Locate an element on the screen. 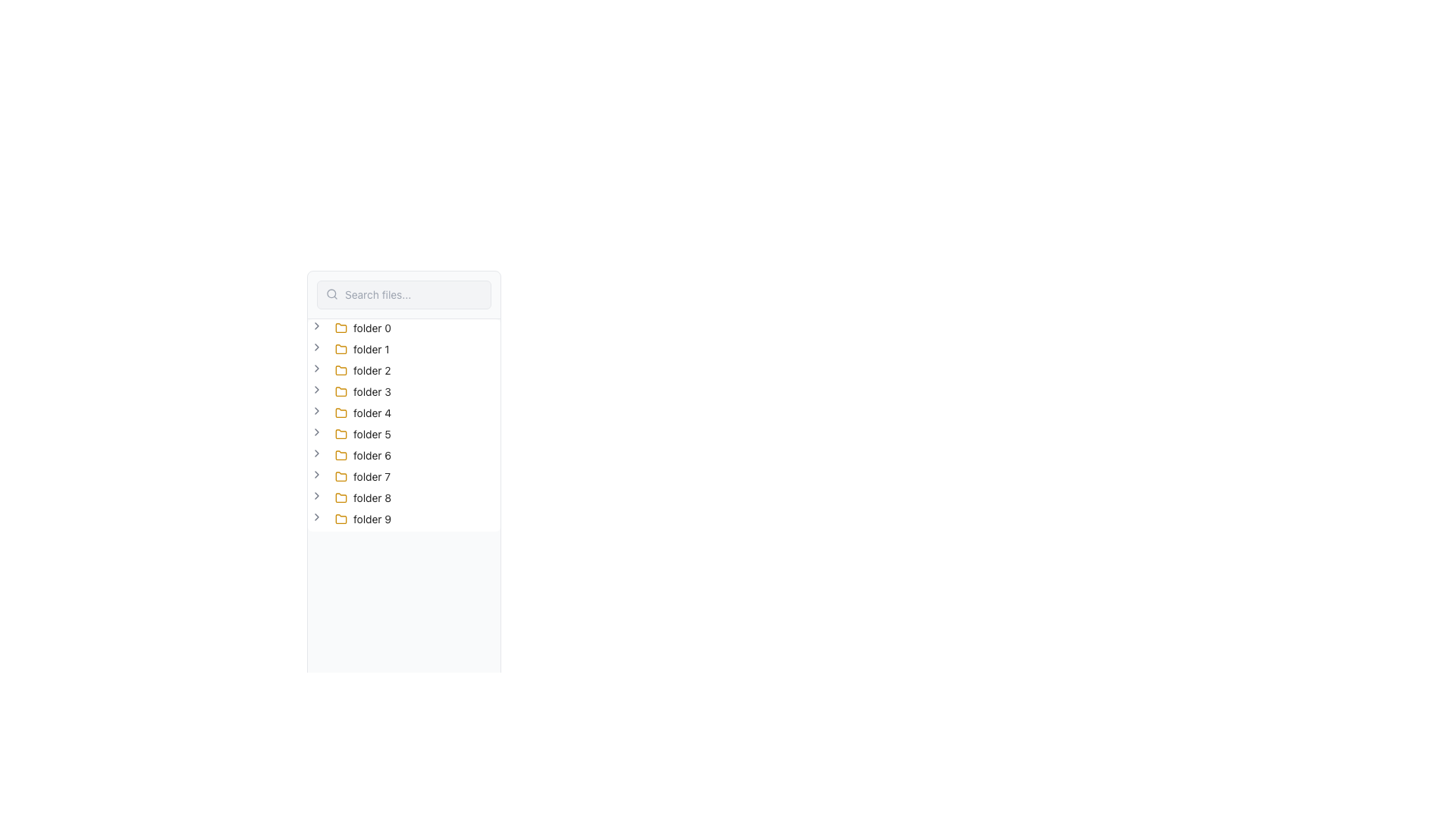 This screenshot has width=1456, height=819. the chevron button located to the left of the label 'folder 4' is located at coordinates (315, 413).